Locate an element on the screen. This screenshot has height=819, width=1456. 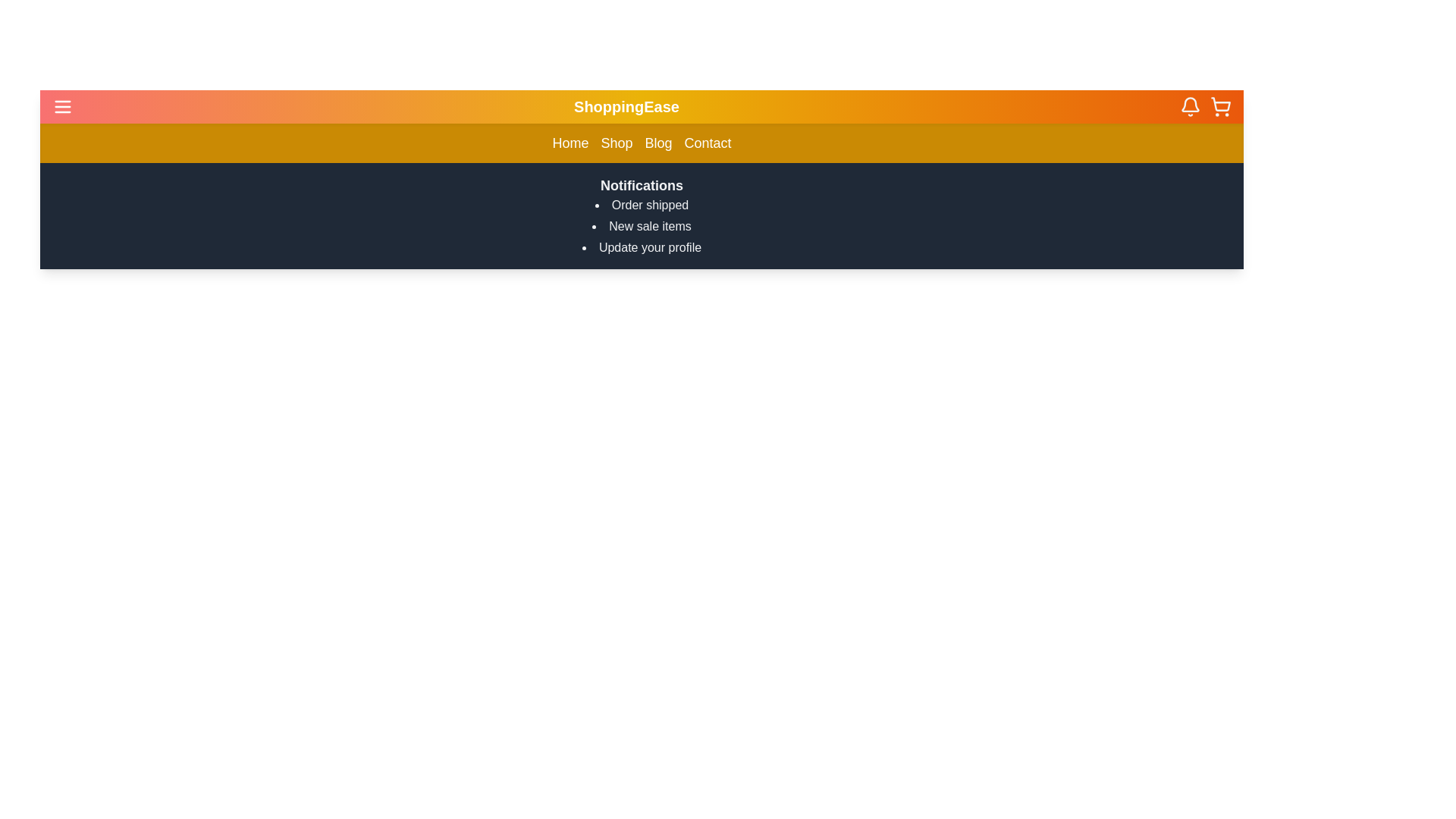
the 'Shop' navigation link, which is the second item in the horizontal navigation bar with an orange gradient background and white text is located at coordinates (617, 143).